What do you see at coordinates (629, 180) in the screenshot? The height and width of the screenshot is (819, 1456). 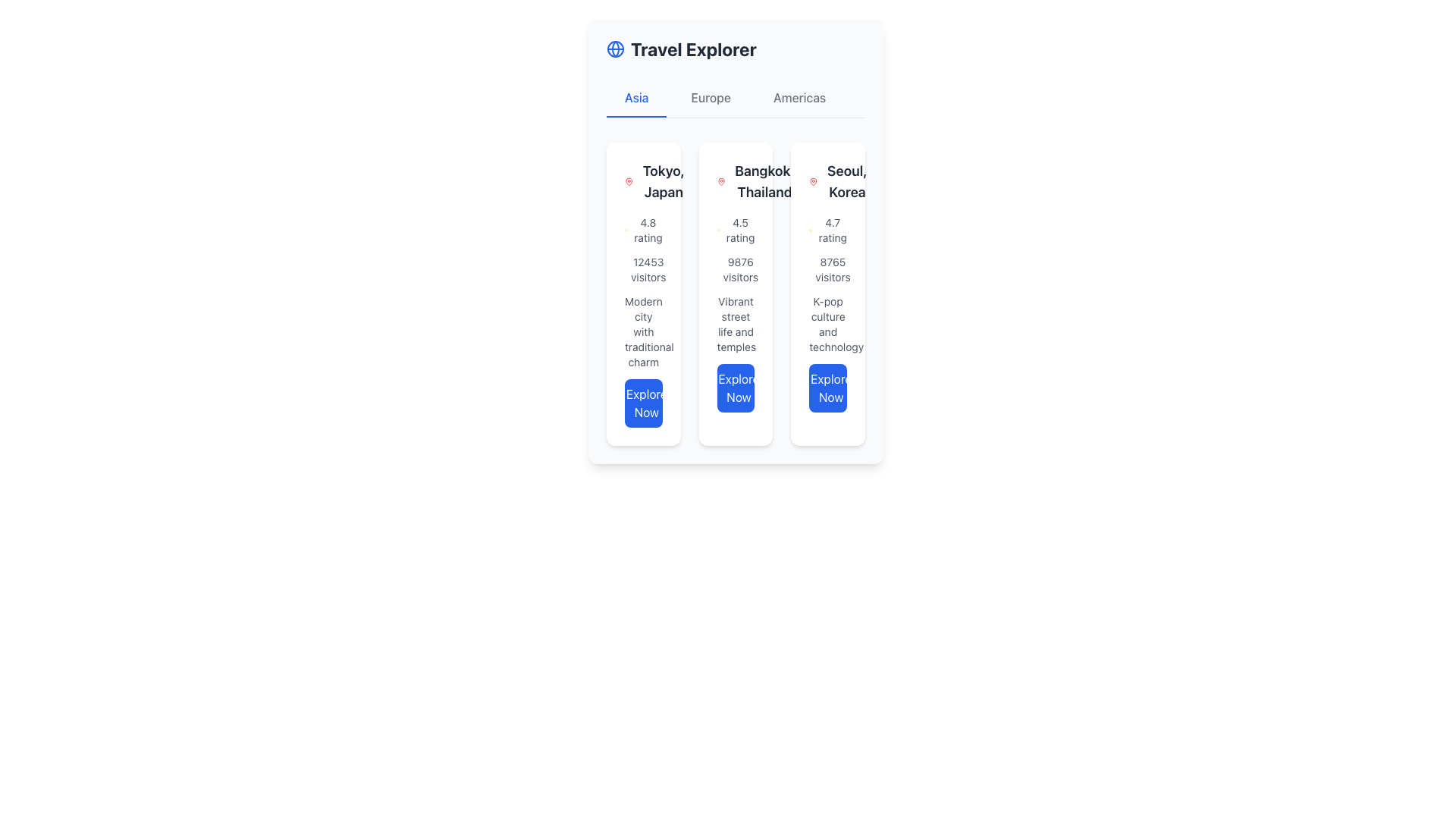 I see `the red map pin icon that indicates the location of Tokyo, Japan, positioned in the first card layout` at bounding box center [629, 180].